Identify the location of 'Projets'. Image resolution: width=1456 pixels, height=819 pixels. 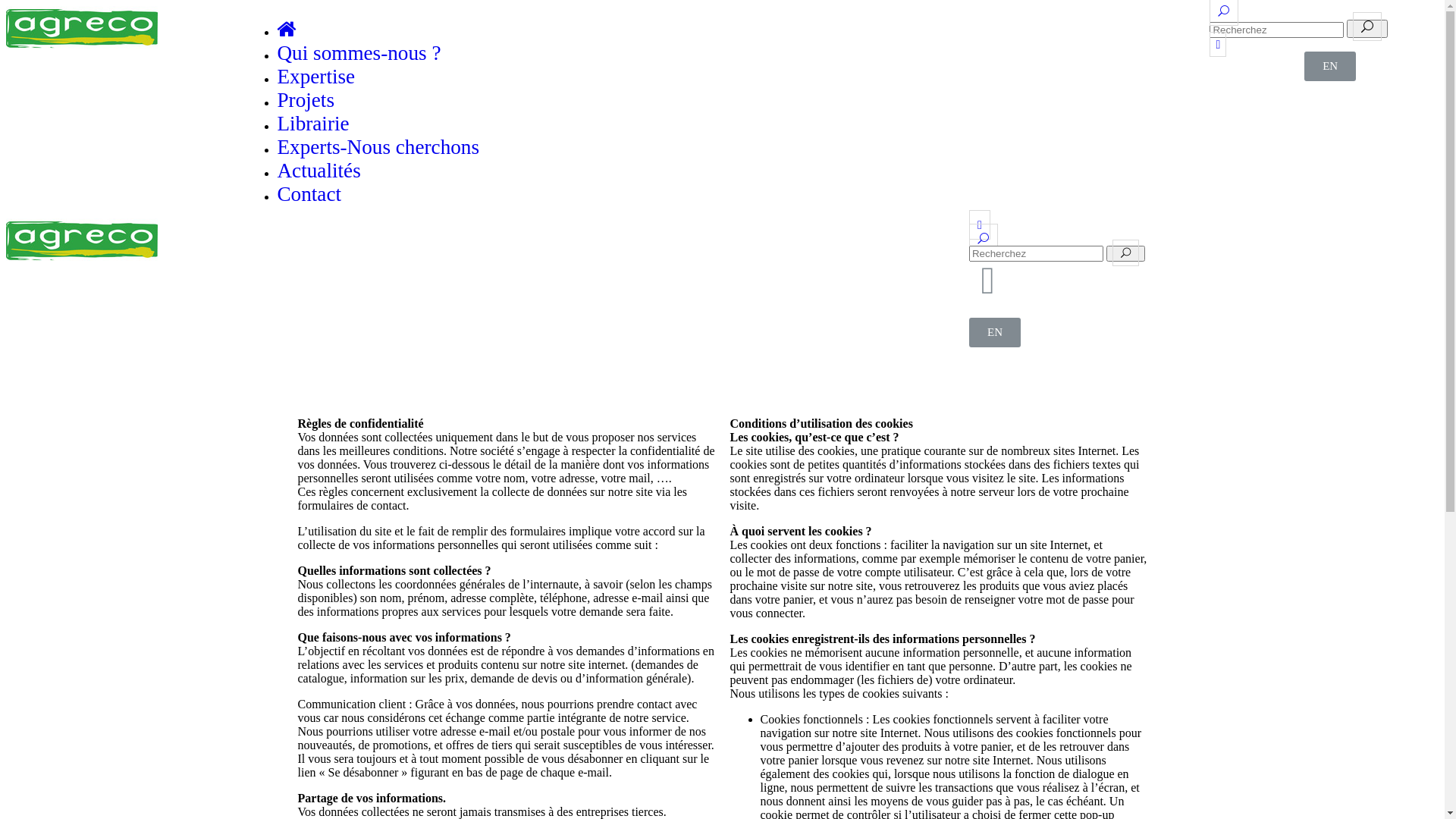
(53, 254).